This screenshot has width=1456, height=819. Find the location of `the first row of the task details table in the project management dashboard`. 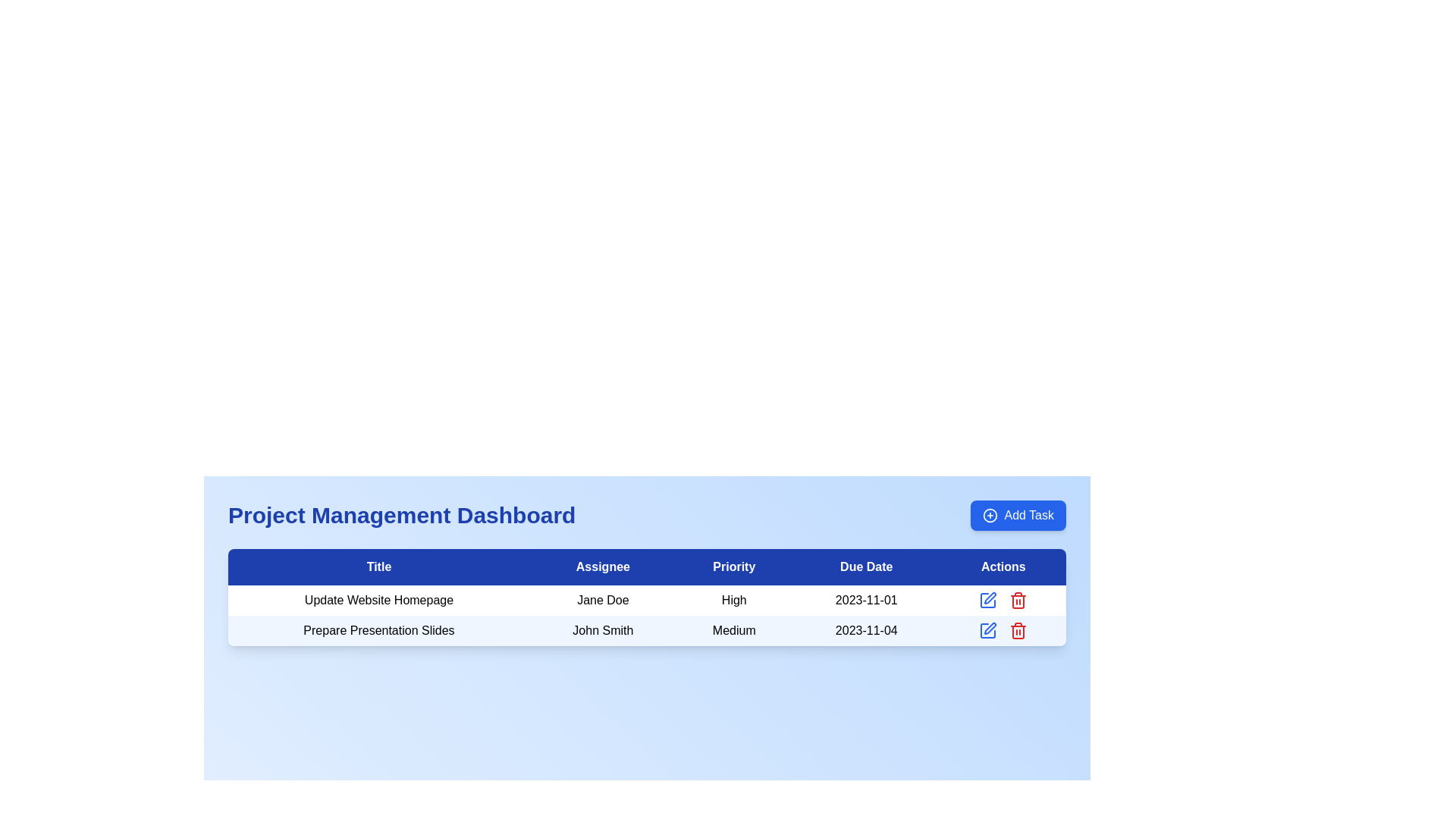

the first row of the task details table in the project management dashboard is located at coordinates (647, 599).